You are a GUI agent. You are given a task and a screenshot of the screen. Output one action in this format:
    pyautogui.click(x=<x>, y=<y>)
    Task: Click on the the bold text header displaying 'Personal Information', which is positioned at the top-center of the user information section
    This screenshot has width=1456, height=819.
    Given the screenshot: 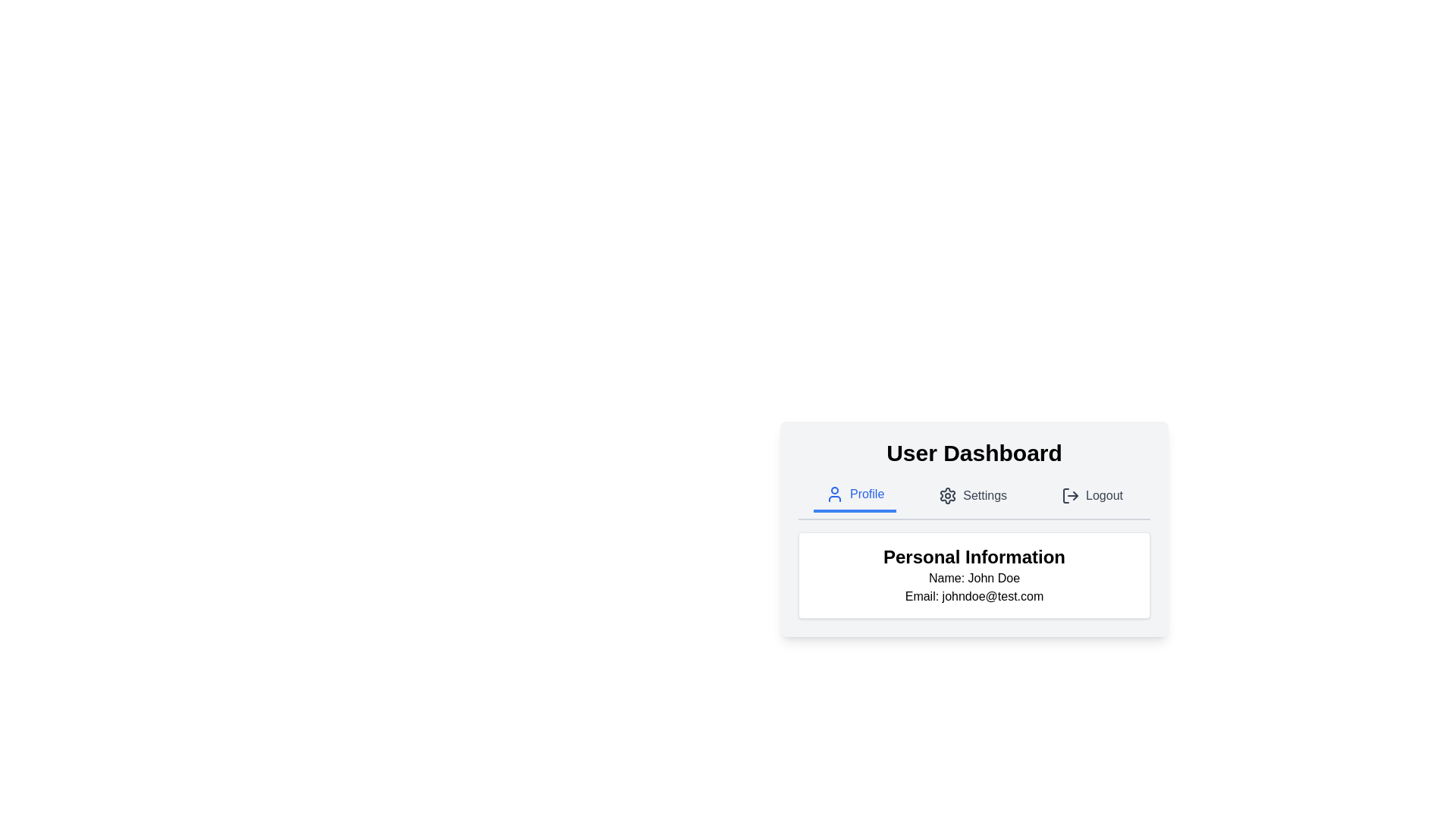 What is the action you would take?
    pyautogui.click(x=974, y=557)
    